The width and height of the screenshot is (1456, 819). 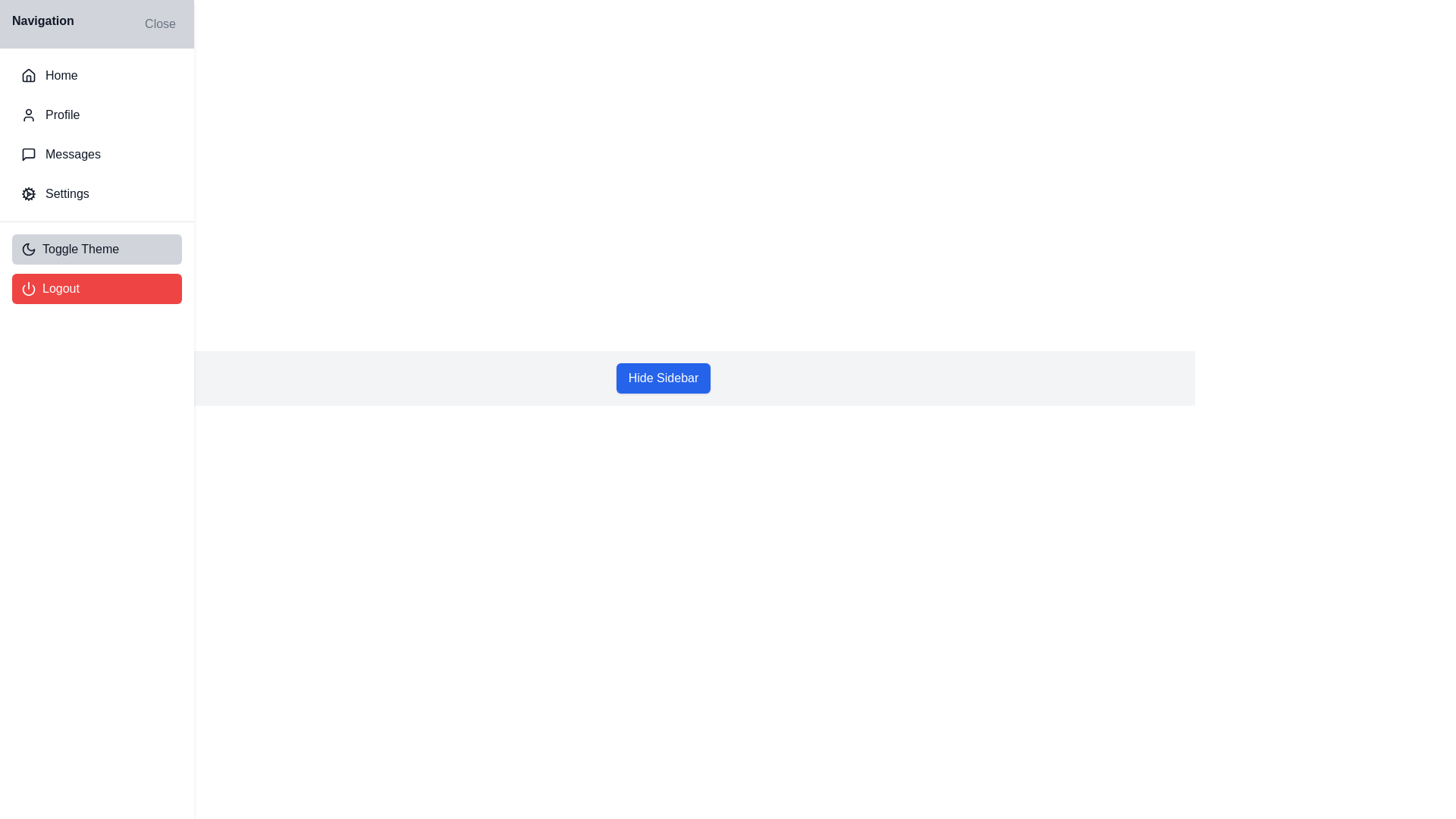 What do you see at coordinates (29, 248) in the screenshot?
I see `the moon-shaped icon with a stroke outline located to the left of the 'Toggle Theme' text` at bounding box center [29, 248].